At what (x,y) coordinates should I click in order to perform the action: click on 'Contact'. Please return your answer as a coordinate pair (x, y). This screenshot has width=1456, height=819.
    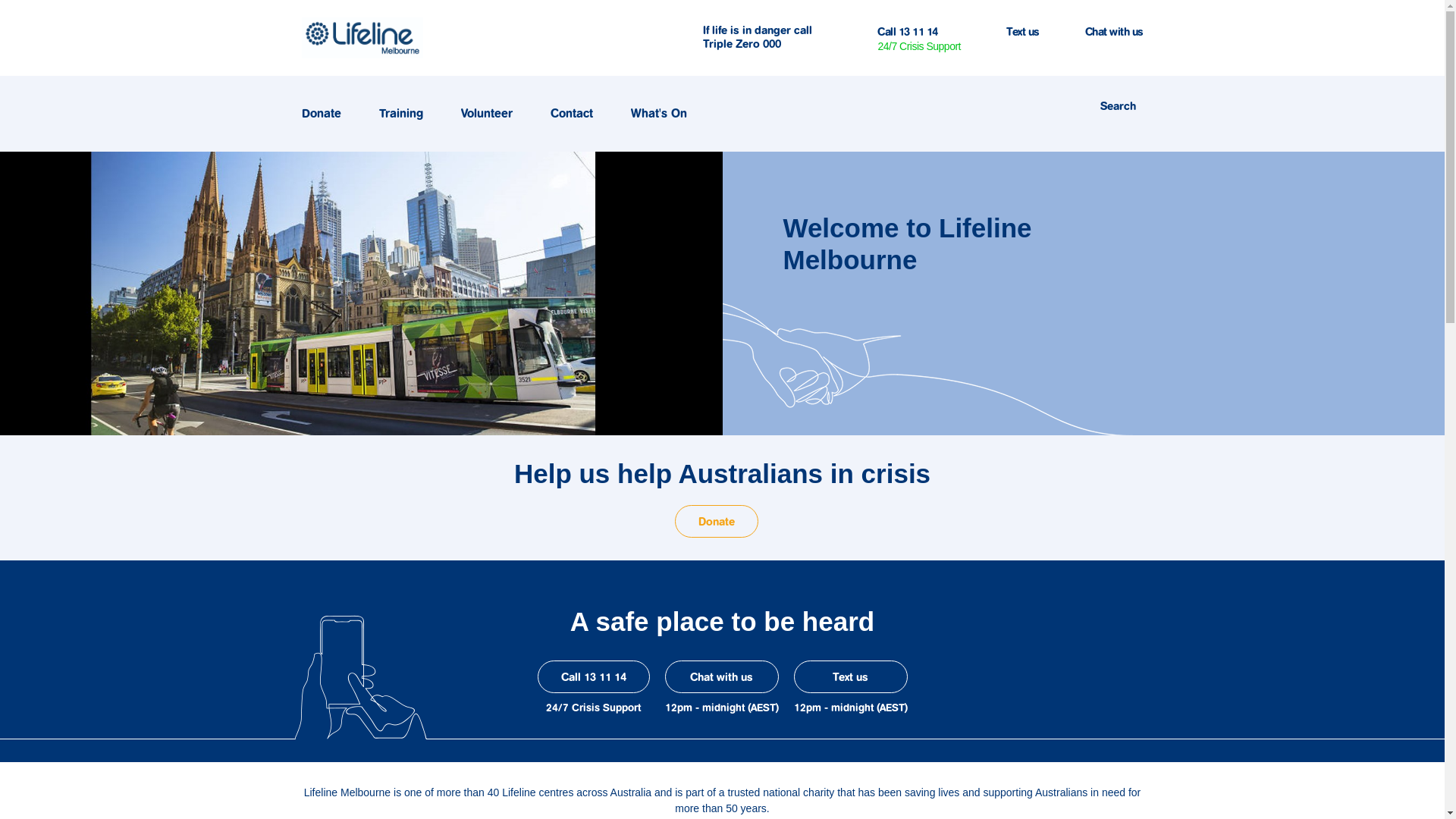
    Looking at the image, I should click on (578, 113).